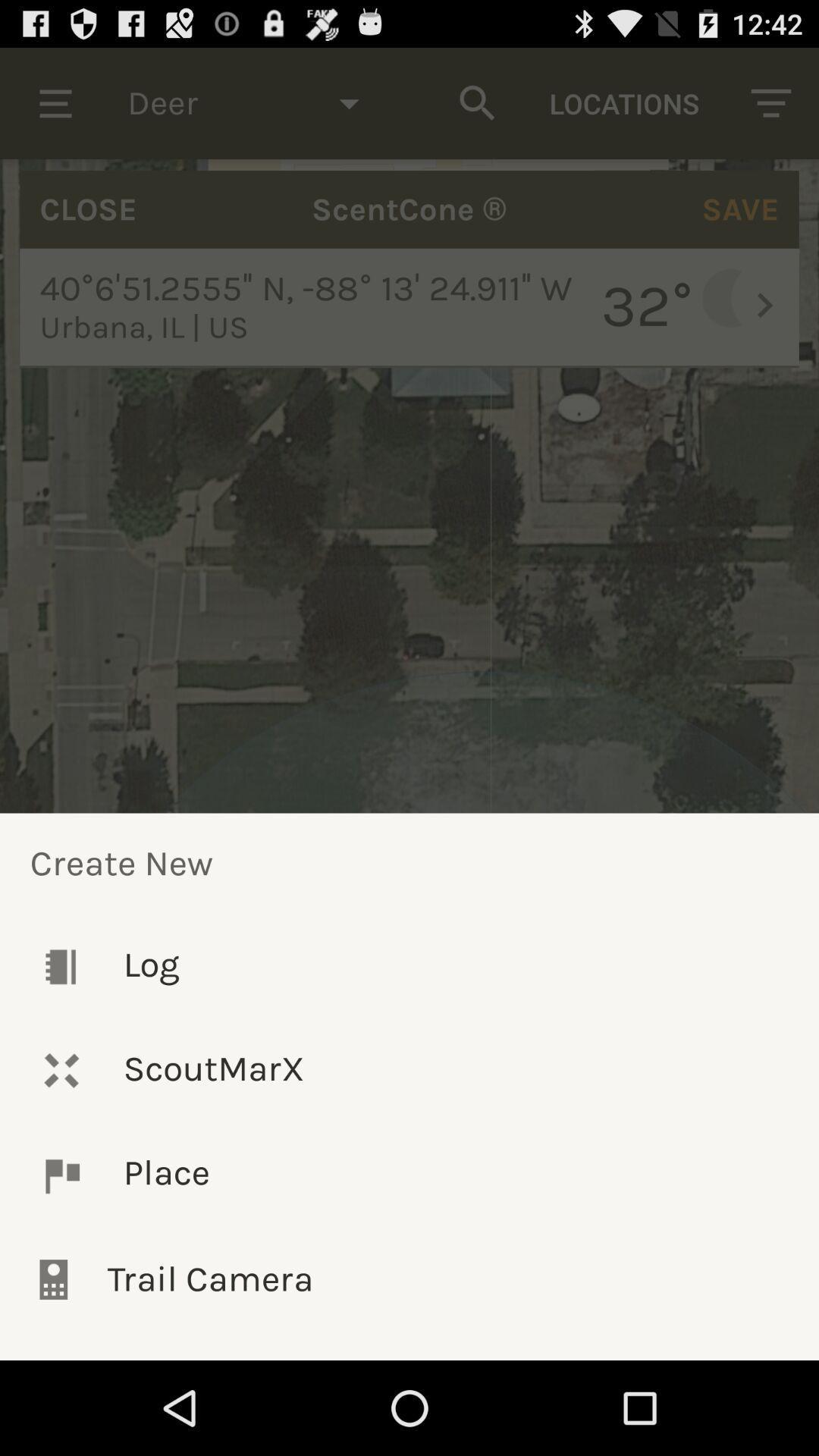  What do you see at coordinates (409, 1069) in the screenshot?
I see `the item above the place` at bounding box center [409, 1069].